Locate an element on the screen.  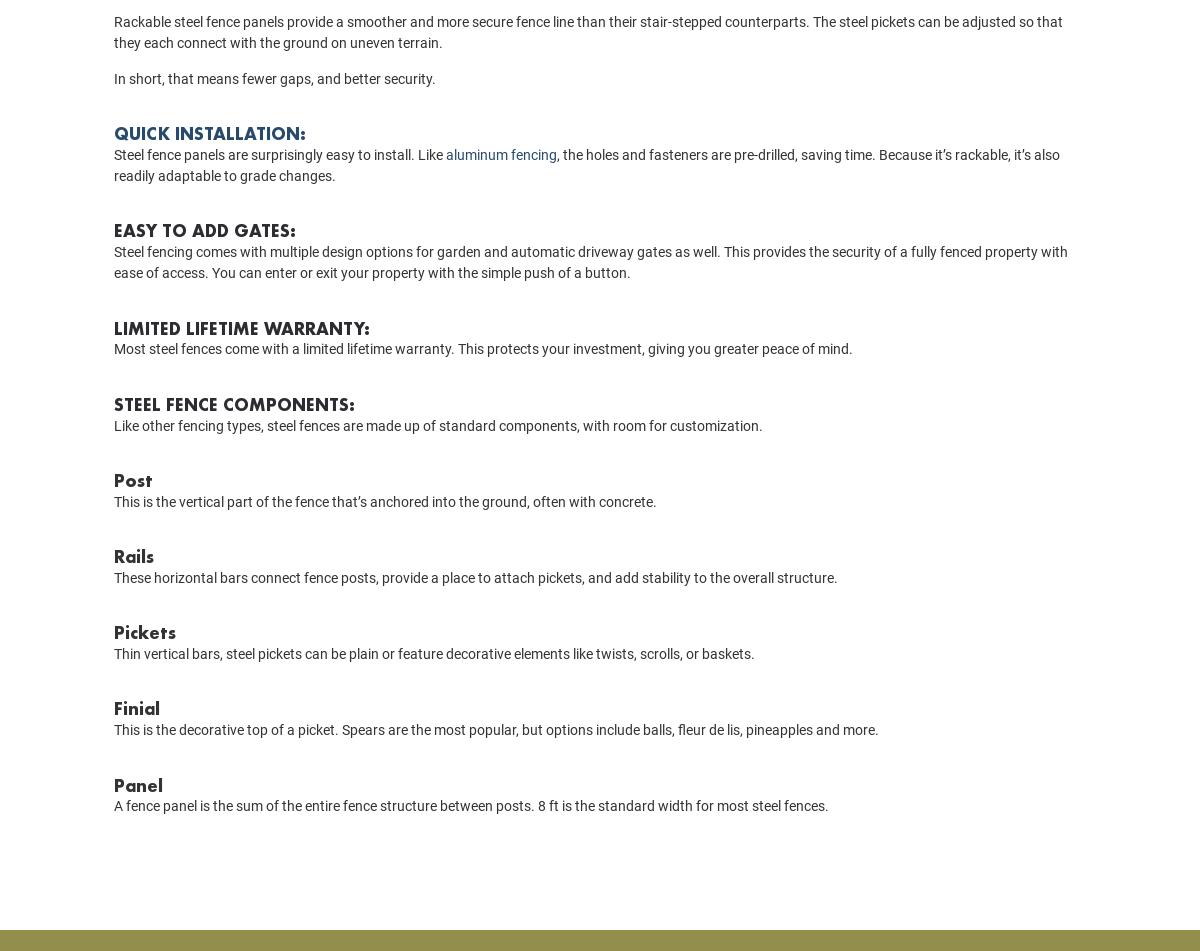
'Rackable steel fence panels provide a smoother and more secure fence line than their stair-stepped counterparts. The steel pickets can be adjusted so that they each connect with the ground on uneven terrain.' is located at coordinates (587, 61).